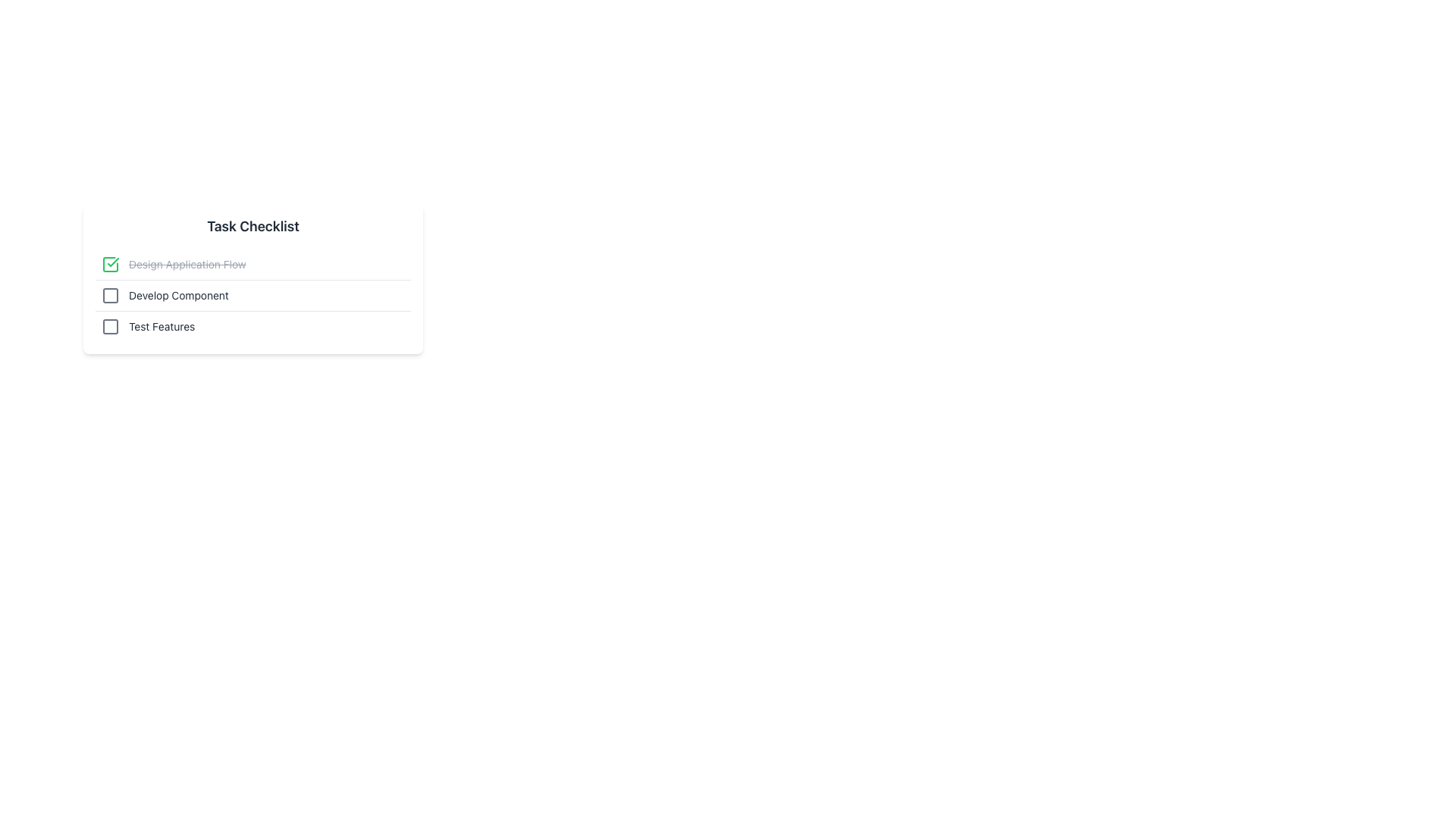 This screenshot has height=819, width=1456. I want to click on the first item in the checklist tasks list, which is visually distinguished from completed tasks in a vertical layout, so click(253, 278).